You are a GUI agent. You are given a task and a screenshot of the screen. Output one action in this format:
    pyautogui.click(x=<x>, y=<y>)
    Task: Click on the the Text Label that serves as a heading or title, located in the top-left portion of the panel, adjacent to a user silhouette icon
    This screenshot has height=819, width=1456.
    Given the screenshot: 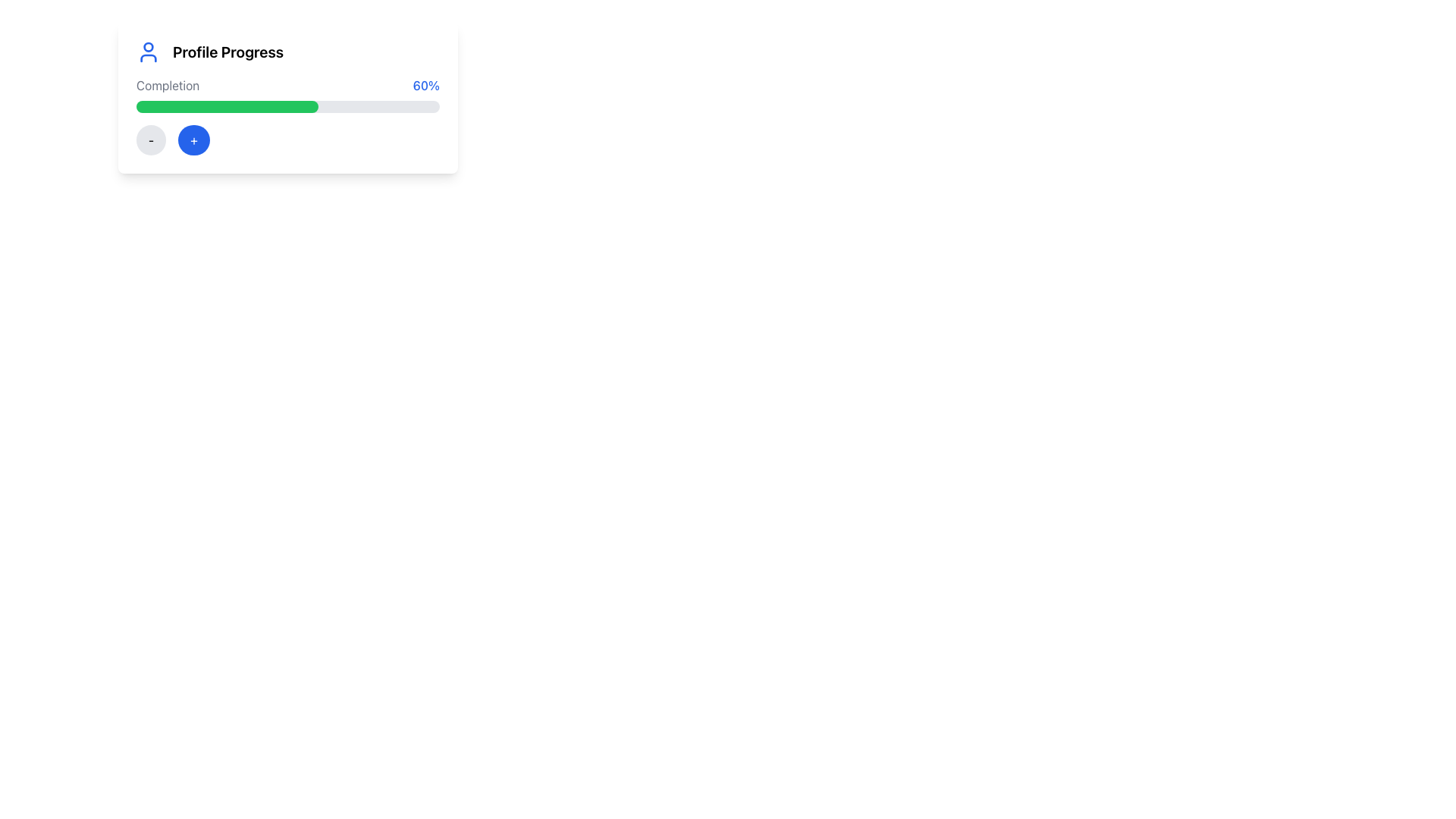 What is the action you would take?
    pyautogui.click(x=227, y=52)
    